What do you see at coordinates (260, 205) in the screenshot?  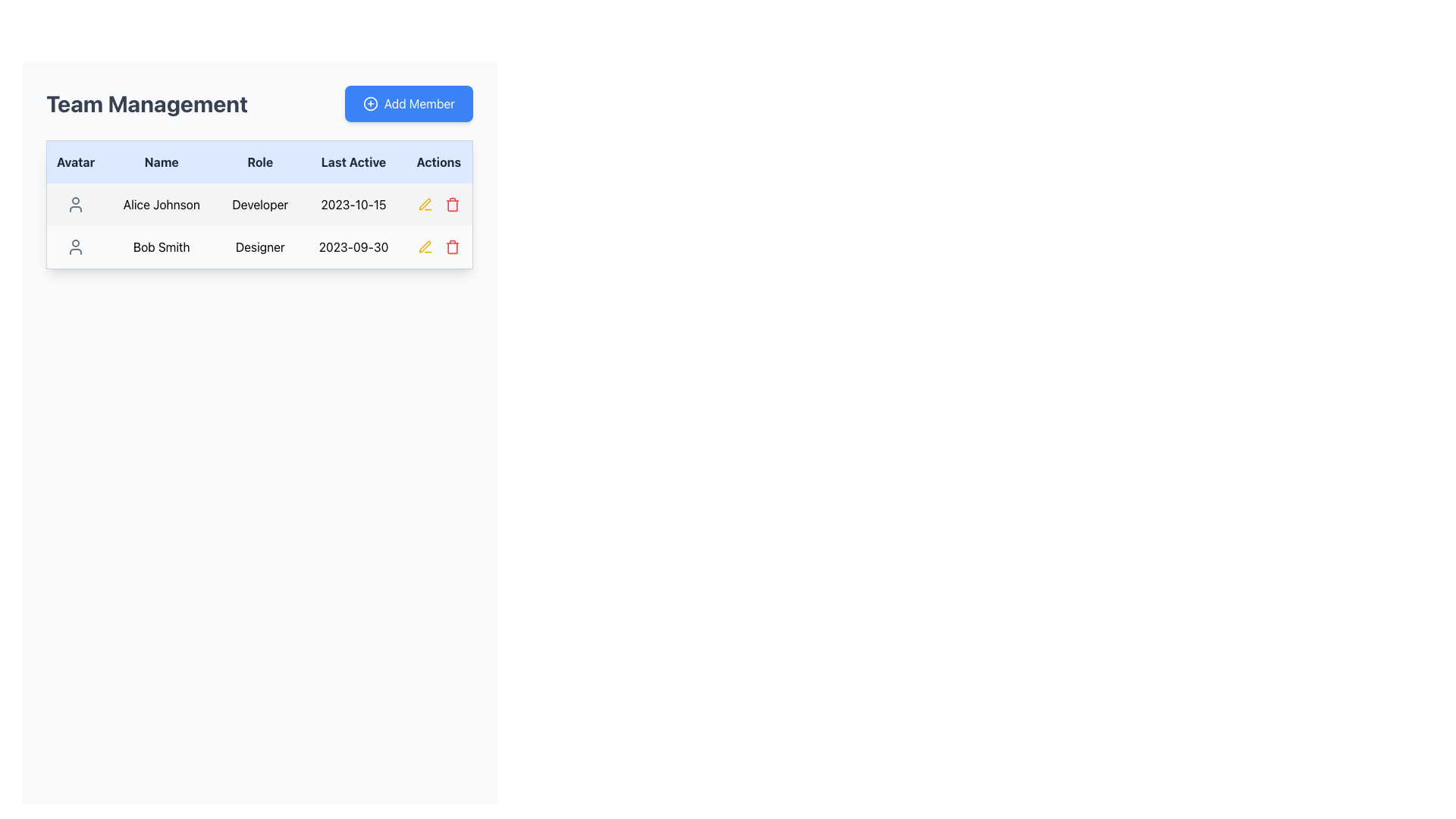 I see `informational text label indicating the role of the individual in the same row as 'Alice Johnson' in the table` at bounding box center [260, 205].